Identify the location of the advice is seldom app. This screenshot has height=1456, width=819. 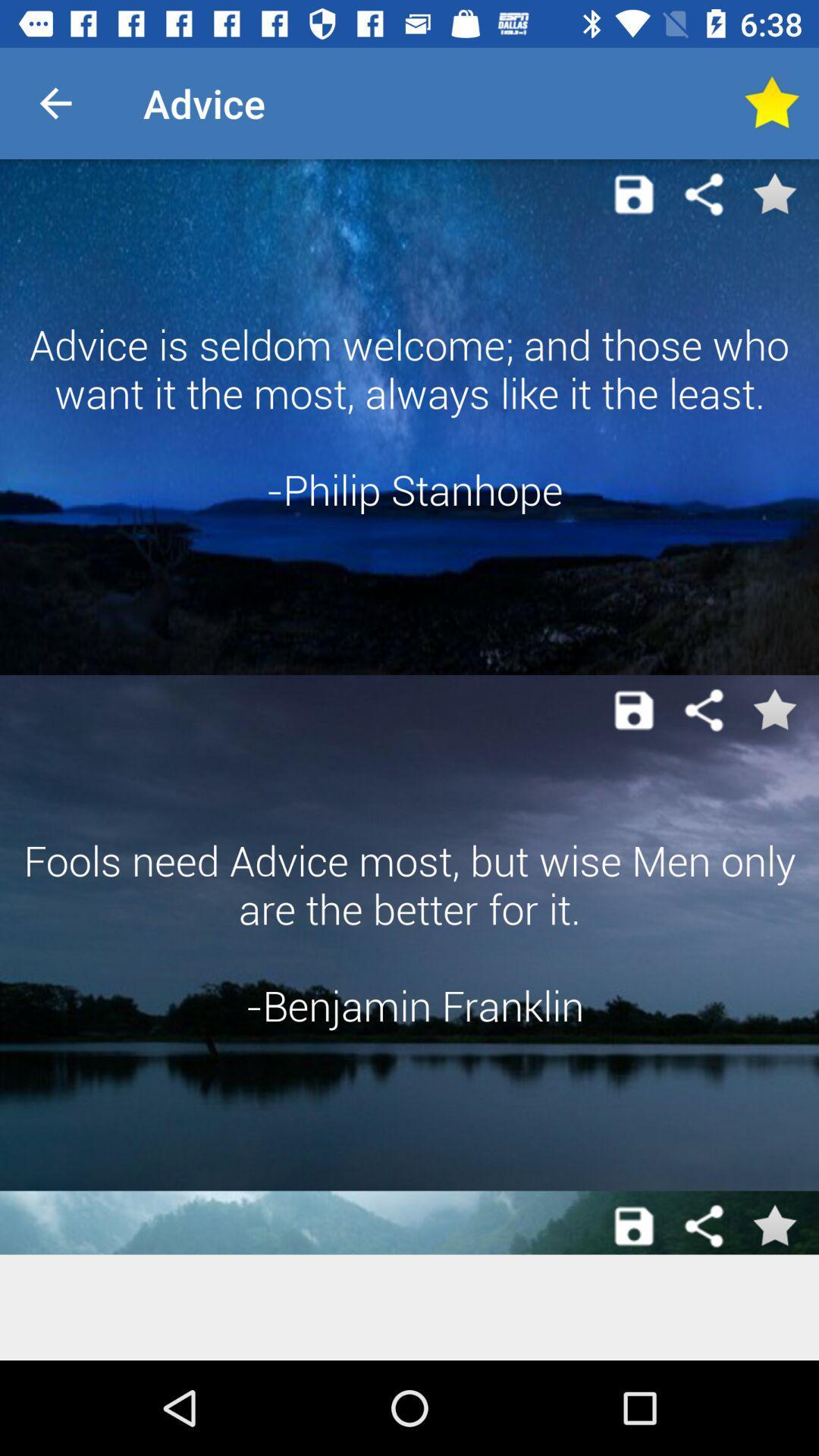
(409, 417).